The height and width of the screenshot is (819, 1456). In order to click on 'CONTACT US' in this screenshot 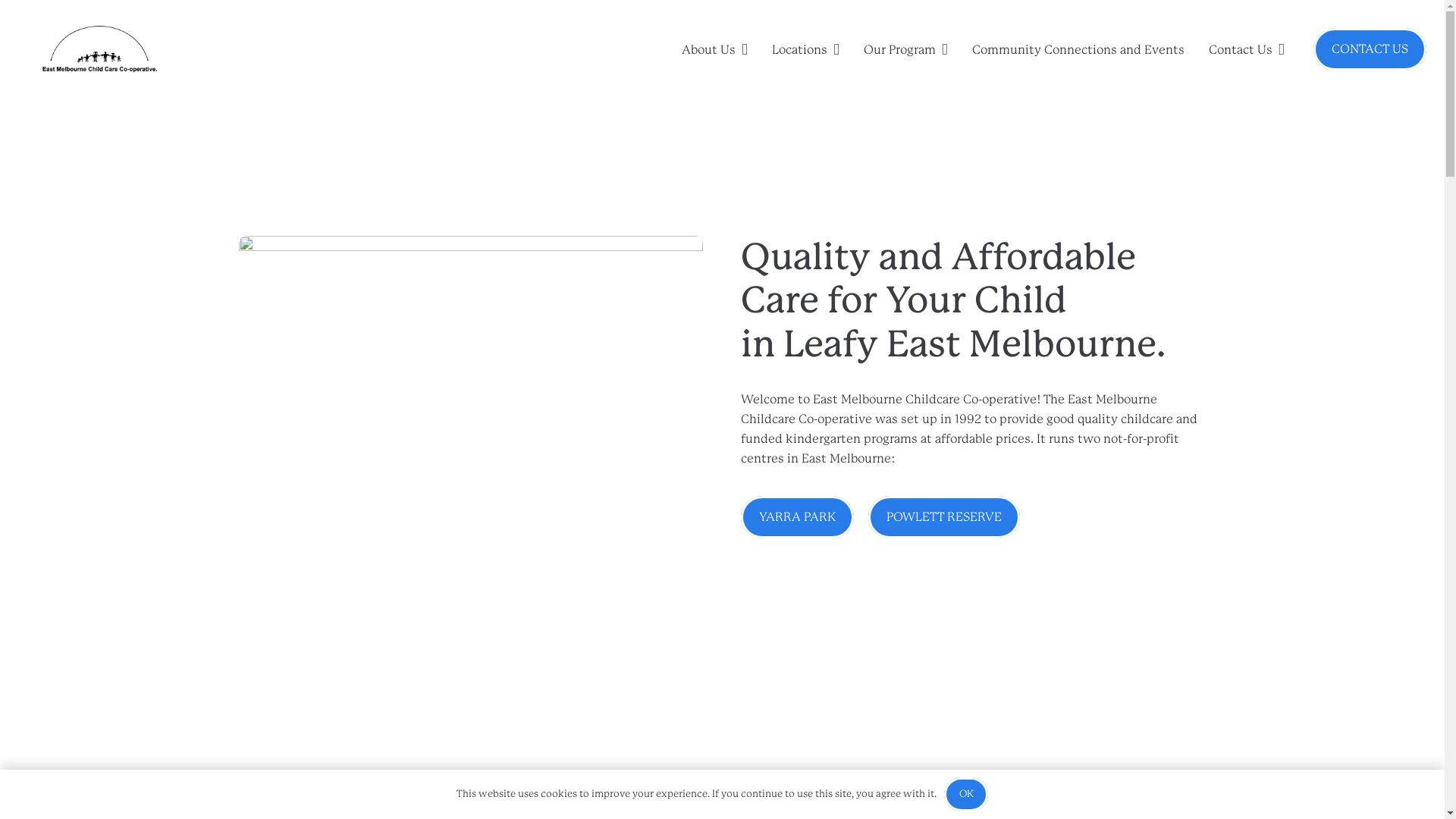, I will do `click(1370, 49)`.